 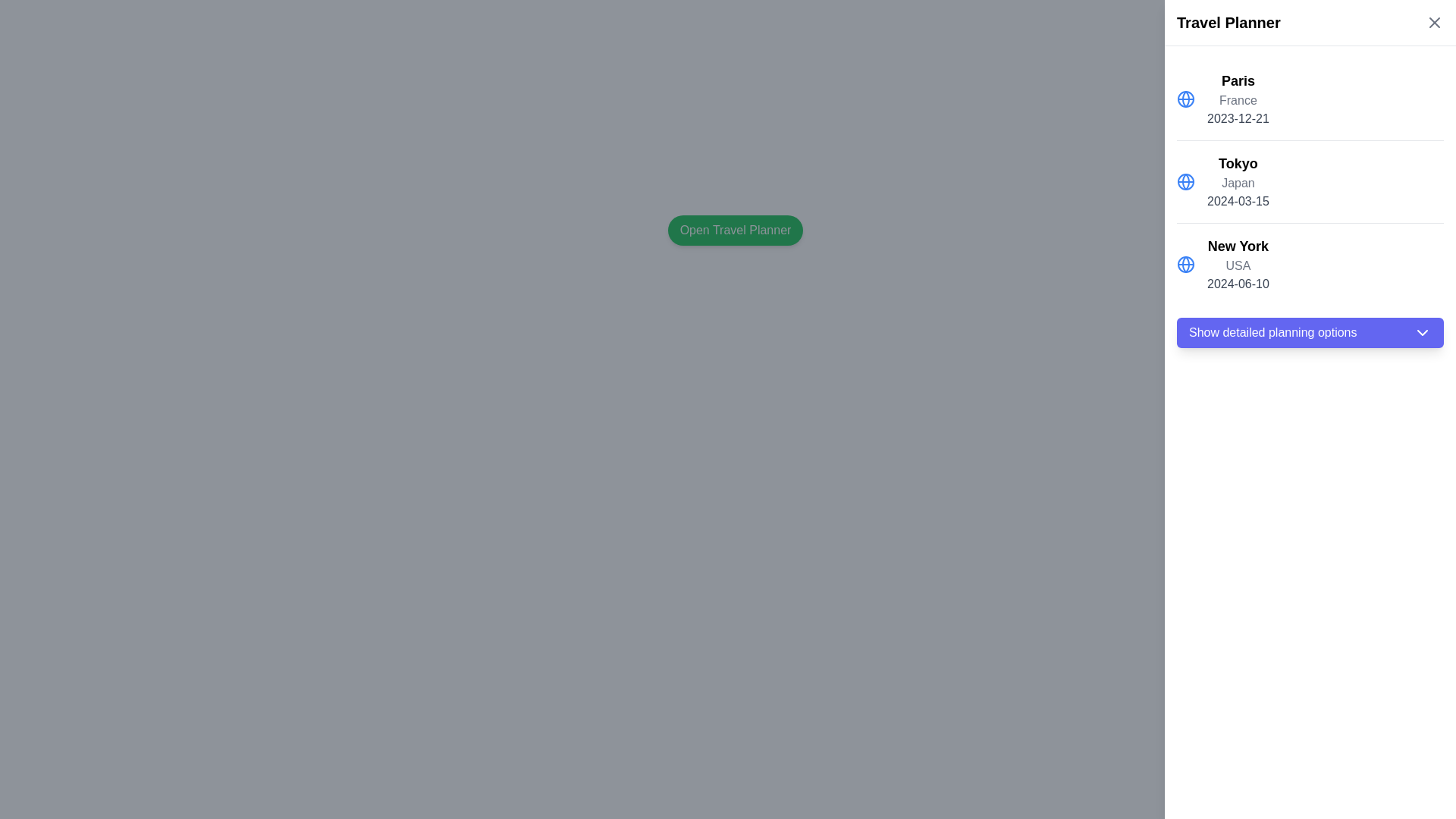 What do you see at coordinates (1238, 99) in the screenshot?
I see `the Text block displaying information about a destination, located at the top of the vertical list under the title 'Travel Planner'` at bounding box center [1238, 99].